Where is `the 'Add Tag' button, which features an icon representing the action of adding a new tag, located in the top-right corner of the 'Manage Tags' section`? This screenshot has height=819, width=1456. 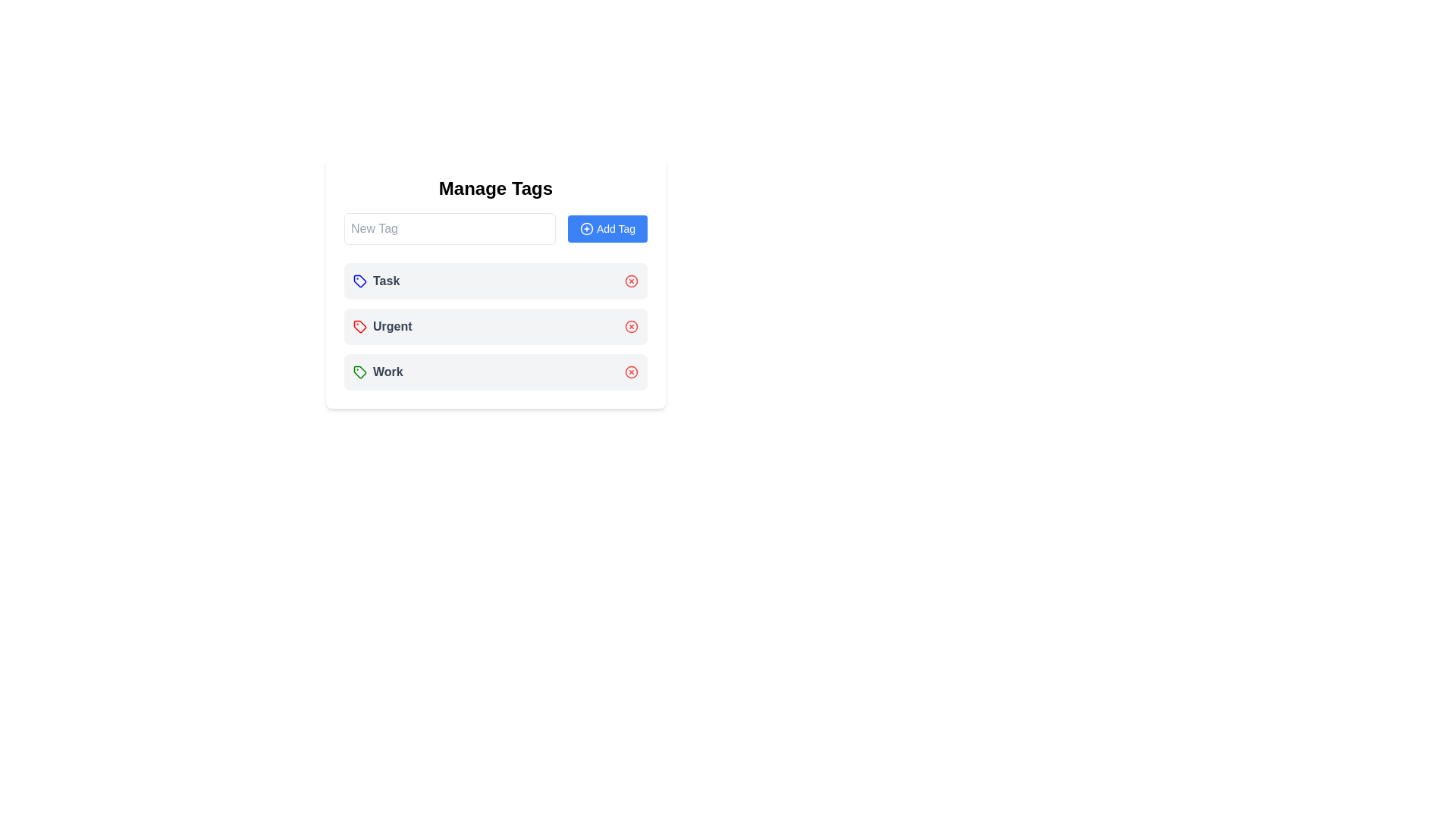
the 'Add Tag' button, which features an icon representing the action of adding a new tag, located in the top-right corner of the 'Manage Tags' section is located at coordinates (585, 228).